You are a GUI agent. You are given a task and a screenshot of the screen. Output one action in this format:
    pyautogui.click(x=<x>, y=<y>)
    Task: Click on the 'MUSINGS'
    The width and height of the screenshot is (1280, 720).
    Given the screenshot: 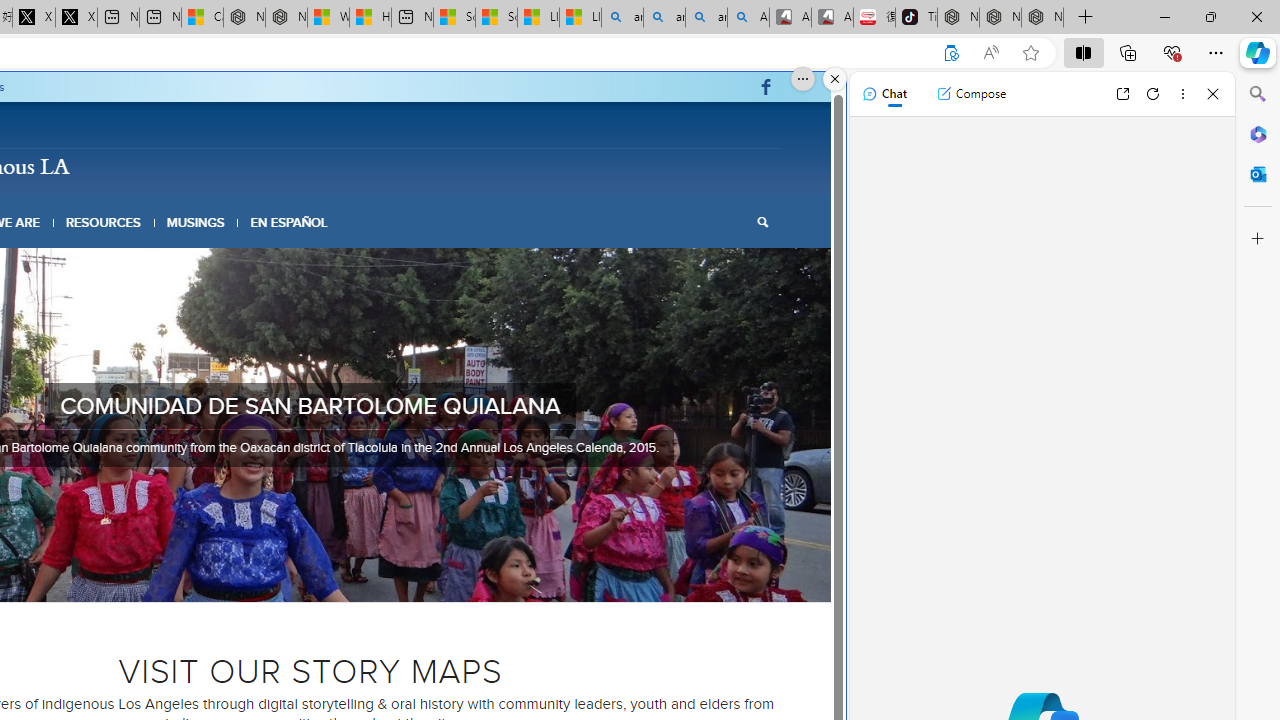 What is the action you would take?
    pyautogui.click(x=195, y=222)
    